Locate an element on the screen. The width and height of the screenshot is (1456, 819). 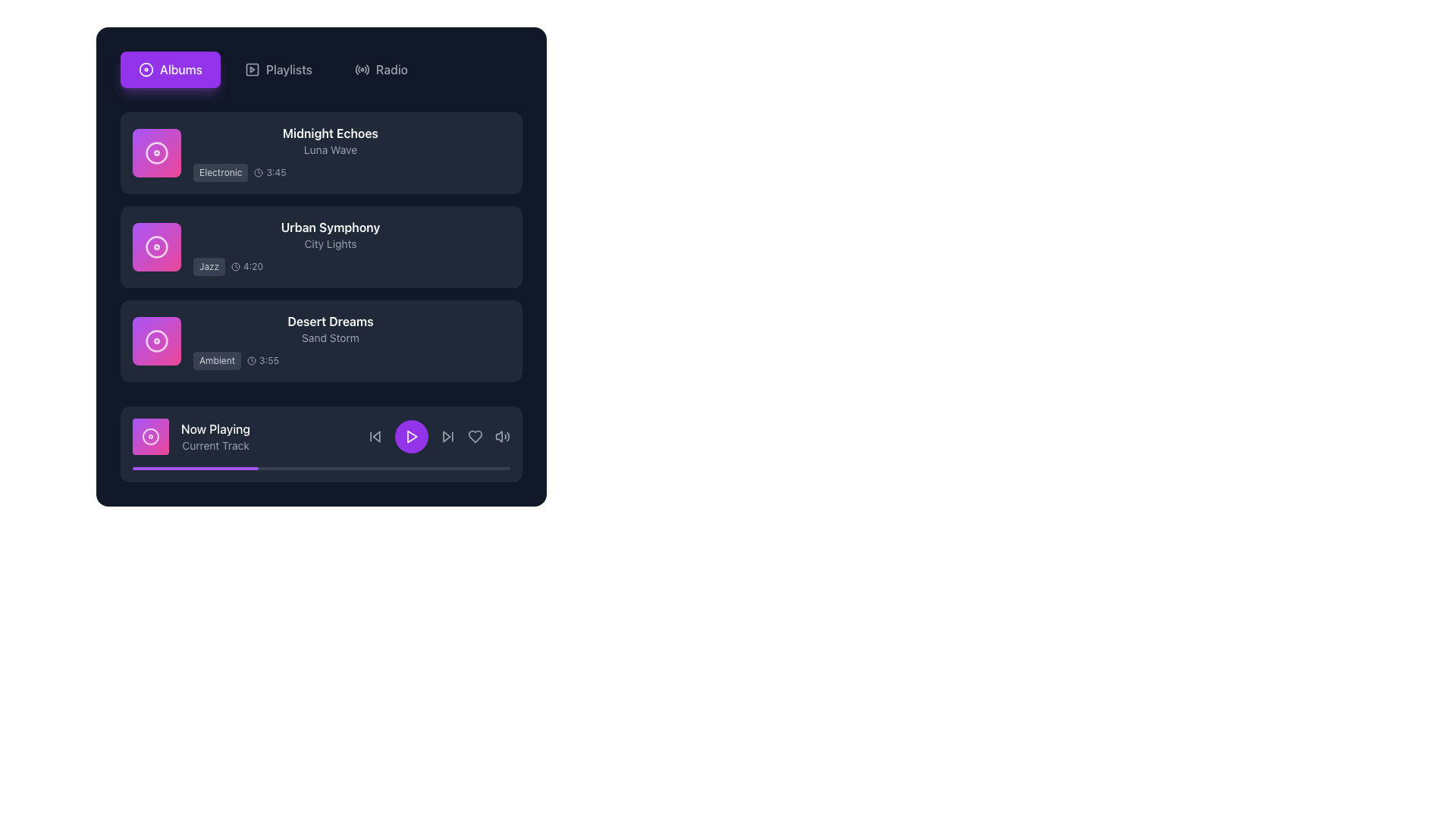
the heart-shaped gray icon button located in the horizontal control bar at the bottom of the interface to like or favorite an item is located at coordinates (475, 436).